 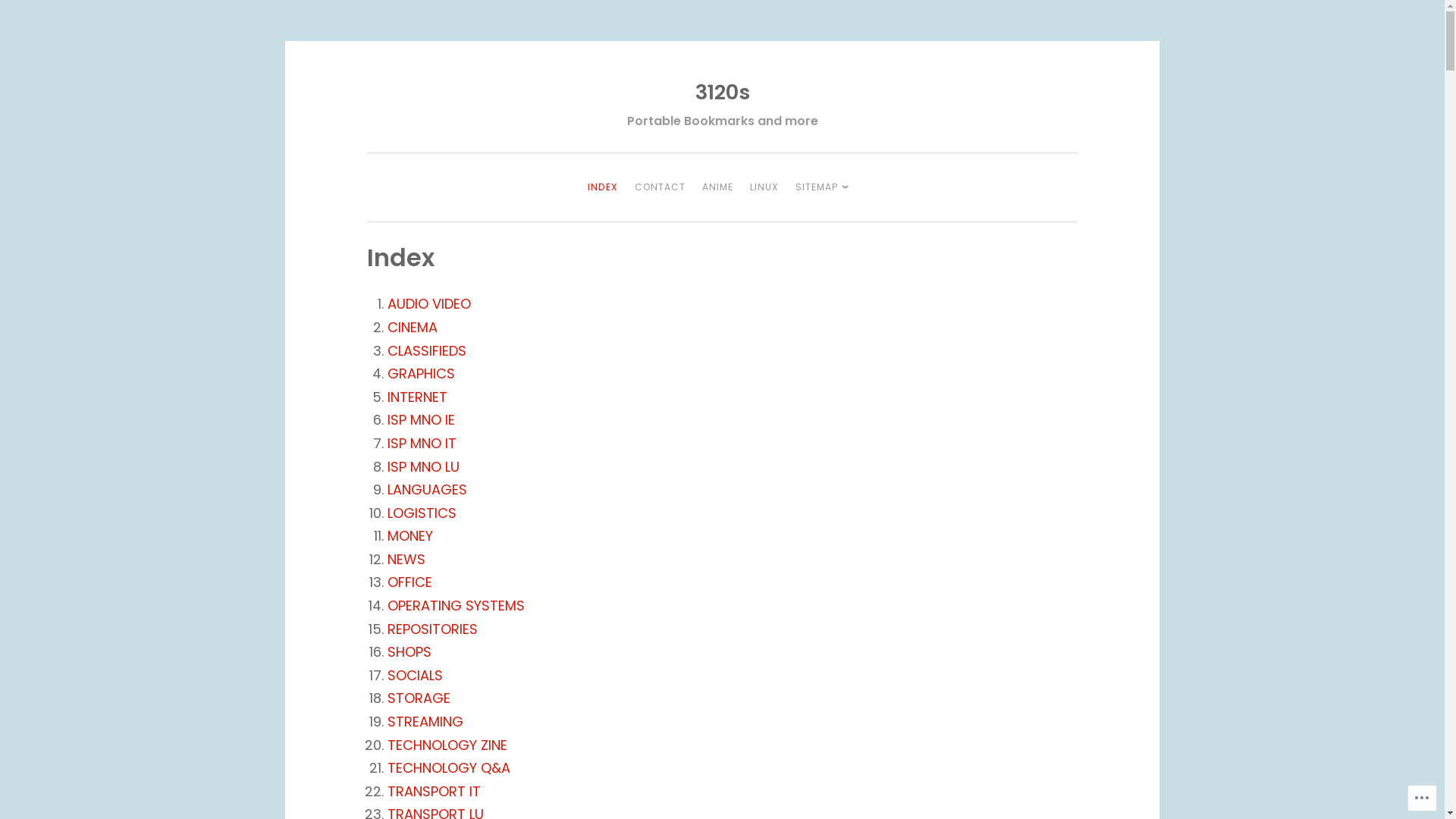 What do you see at coordinates (580, 186) in the screenshot?
I see `'INDEX'` at bounding box center [580, 186].